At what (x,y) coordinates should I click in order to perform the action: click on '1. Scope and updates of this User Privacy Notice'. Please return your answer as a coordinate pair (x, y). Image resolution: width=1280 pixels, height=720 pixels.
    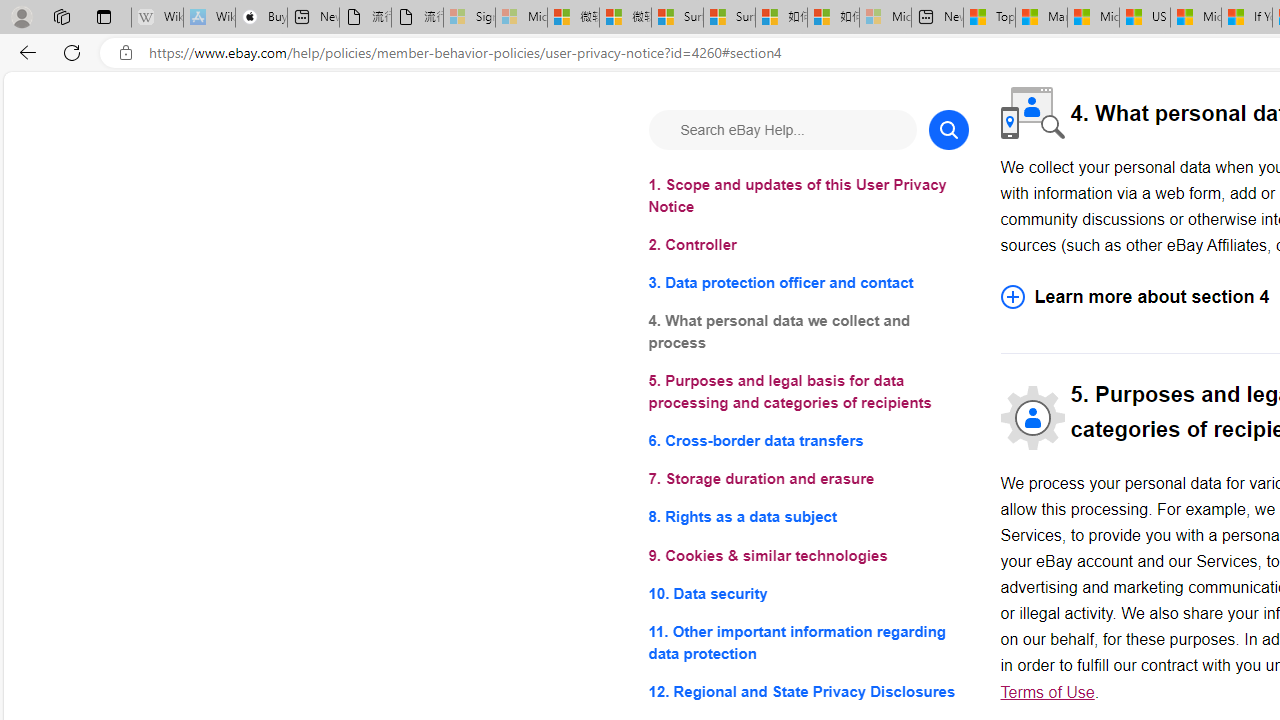
    Looking at the image, I should click on (808, 196).